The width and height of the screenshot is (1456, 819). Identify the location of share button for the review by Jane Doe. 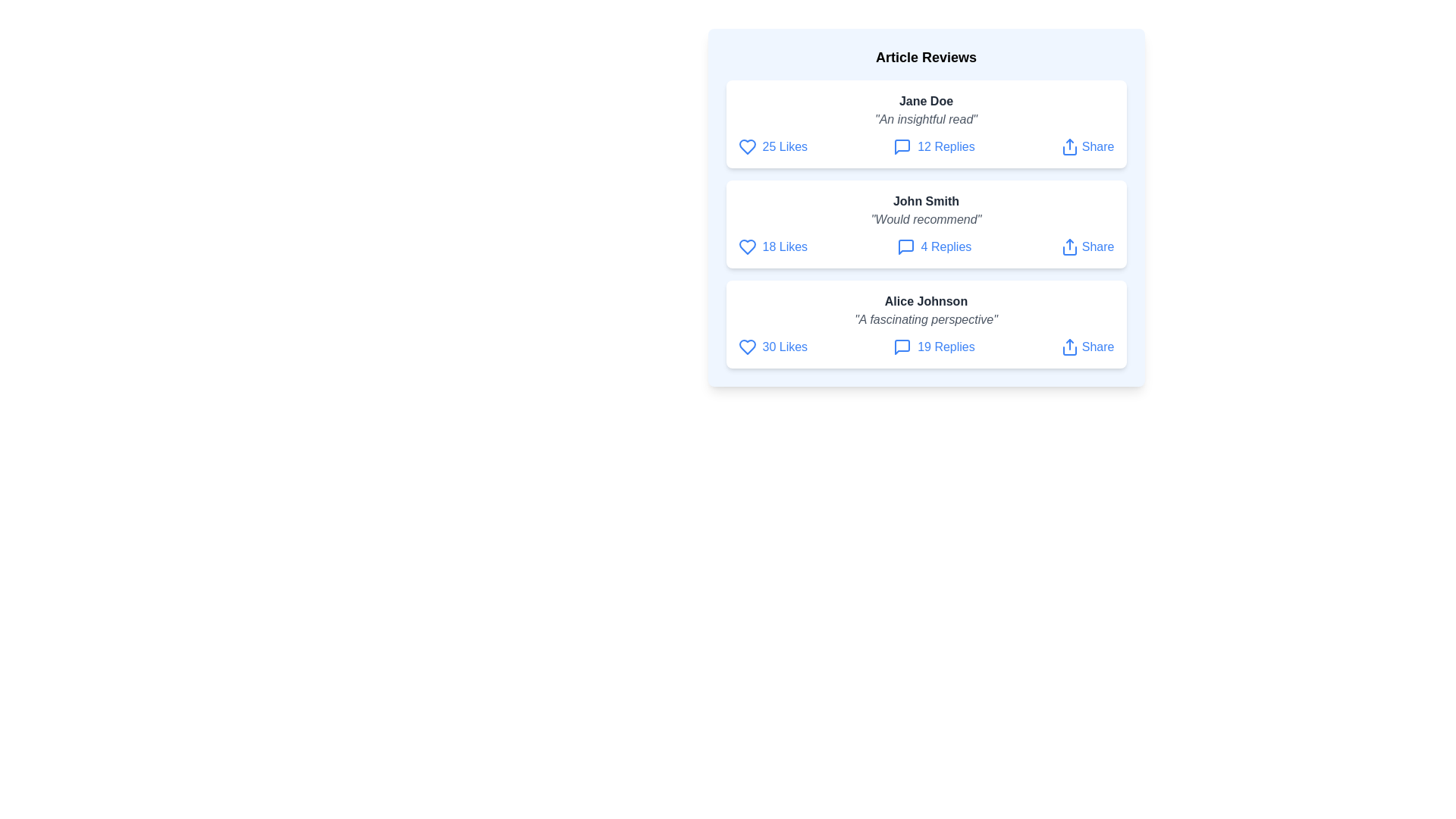
(1087, 146).